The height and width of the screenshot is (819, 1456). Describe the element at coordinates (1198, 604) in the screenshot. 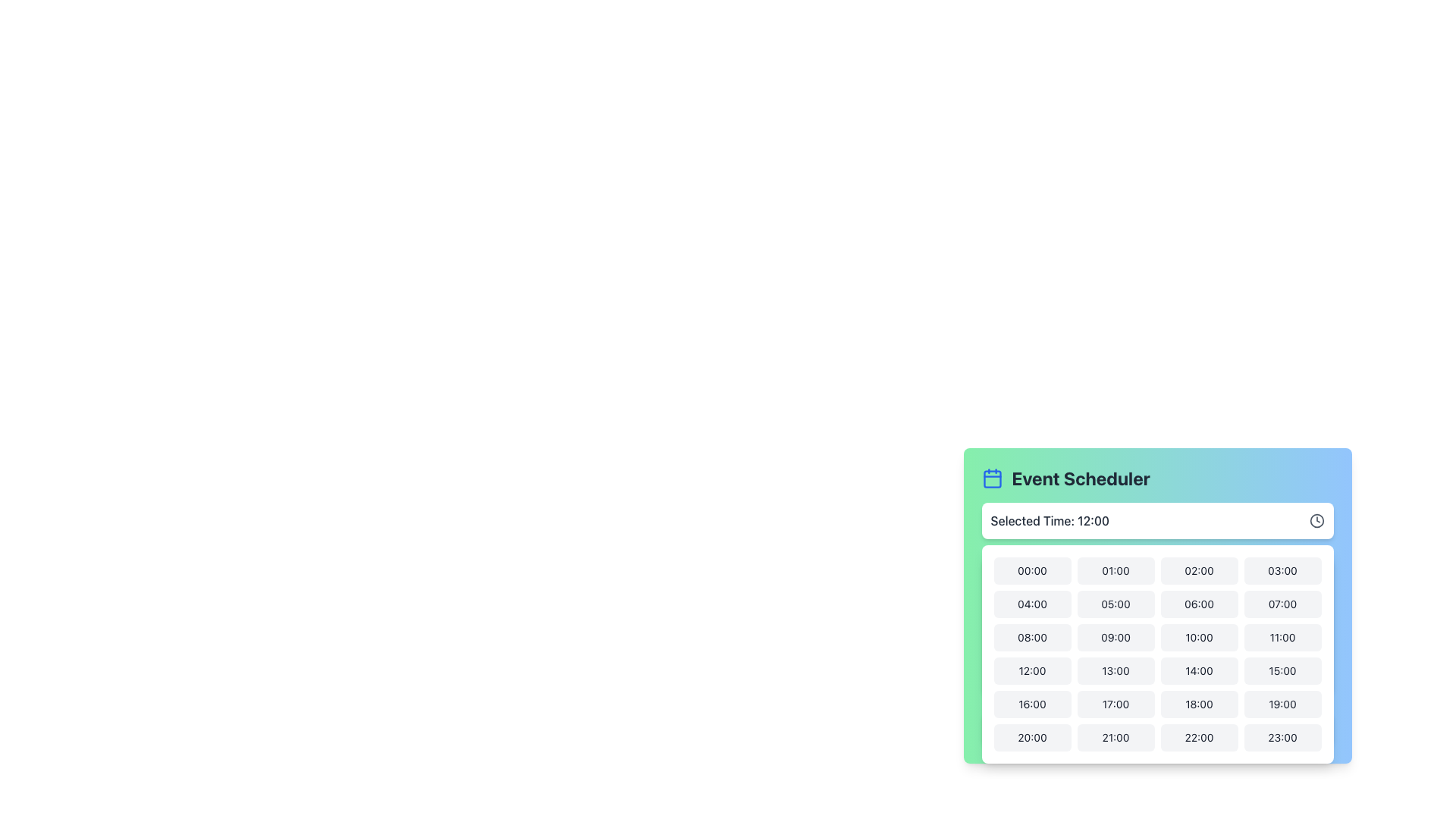

I see `the rectangular button labeled '06:00' in the Event Scheduler widget` at that location.